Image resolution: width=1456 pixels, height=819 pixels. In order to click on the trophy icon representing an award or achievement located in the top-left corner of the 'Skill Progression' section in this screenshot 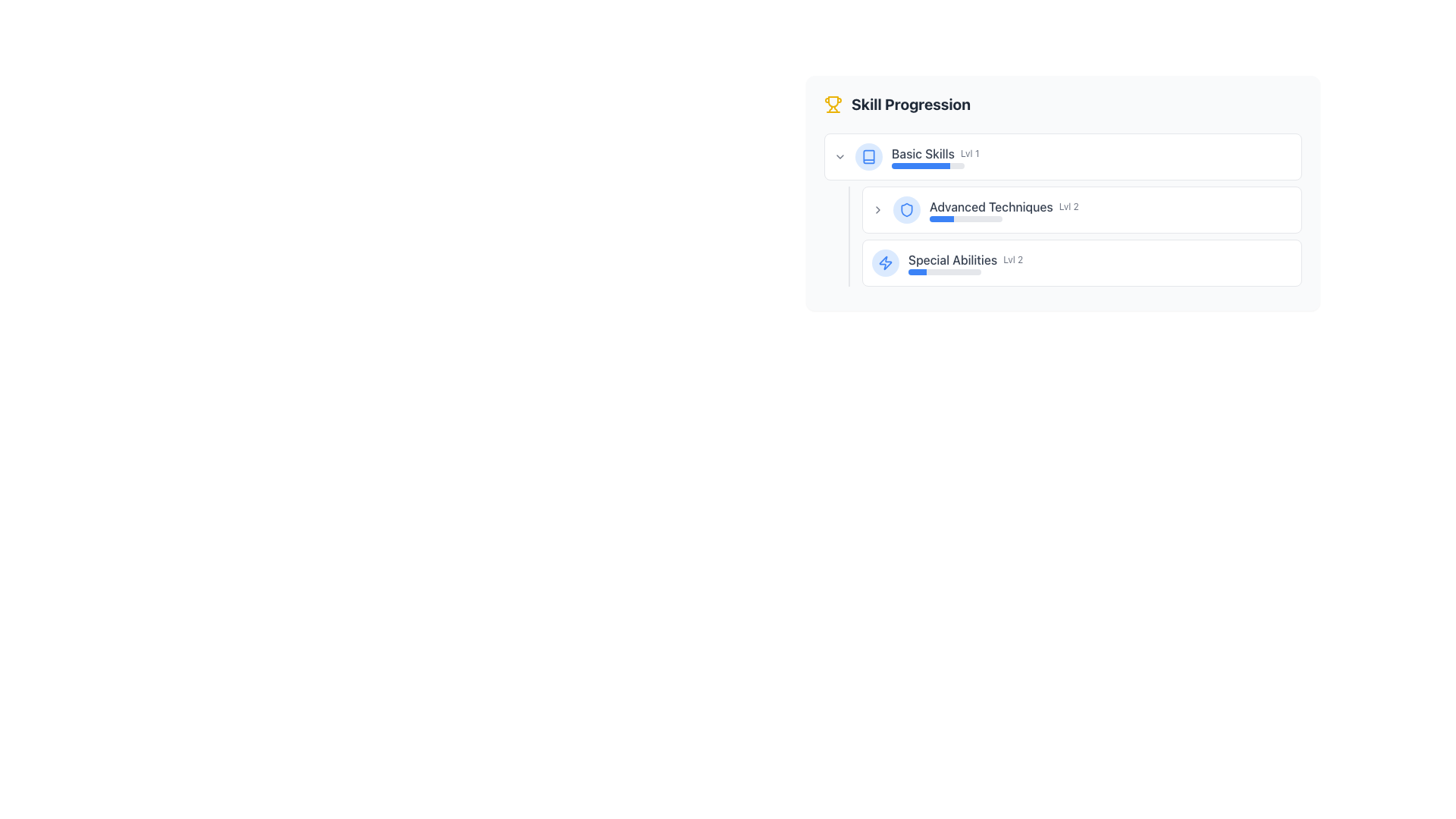, I will do `click(833, 104)`.